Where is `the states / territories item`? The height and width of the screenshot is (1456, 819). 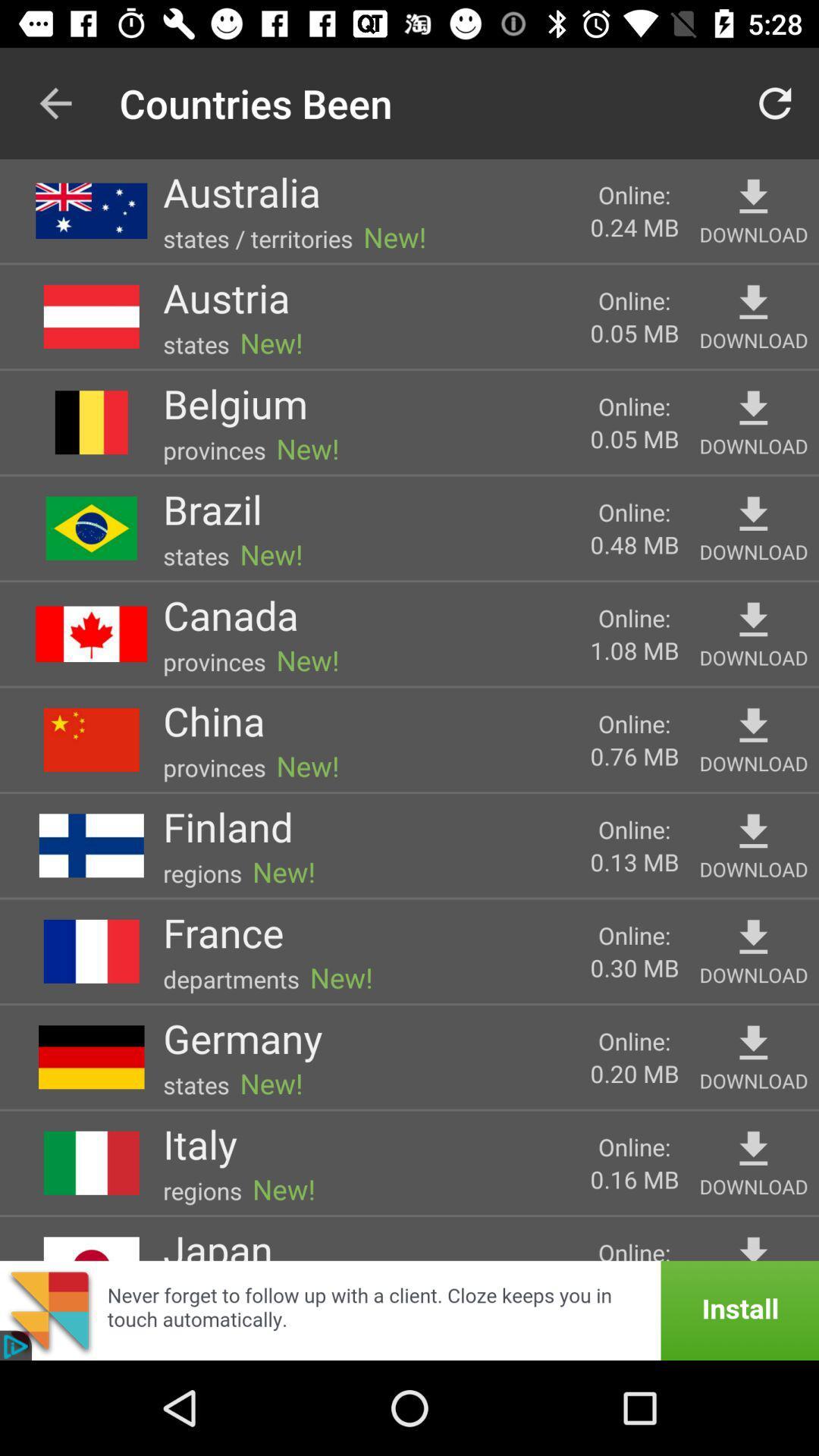
the states / territories item is located at coordinates (257, 237).